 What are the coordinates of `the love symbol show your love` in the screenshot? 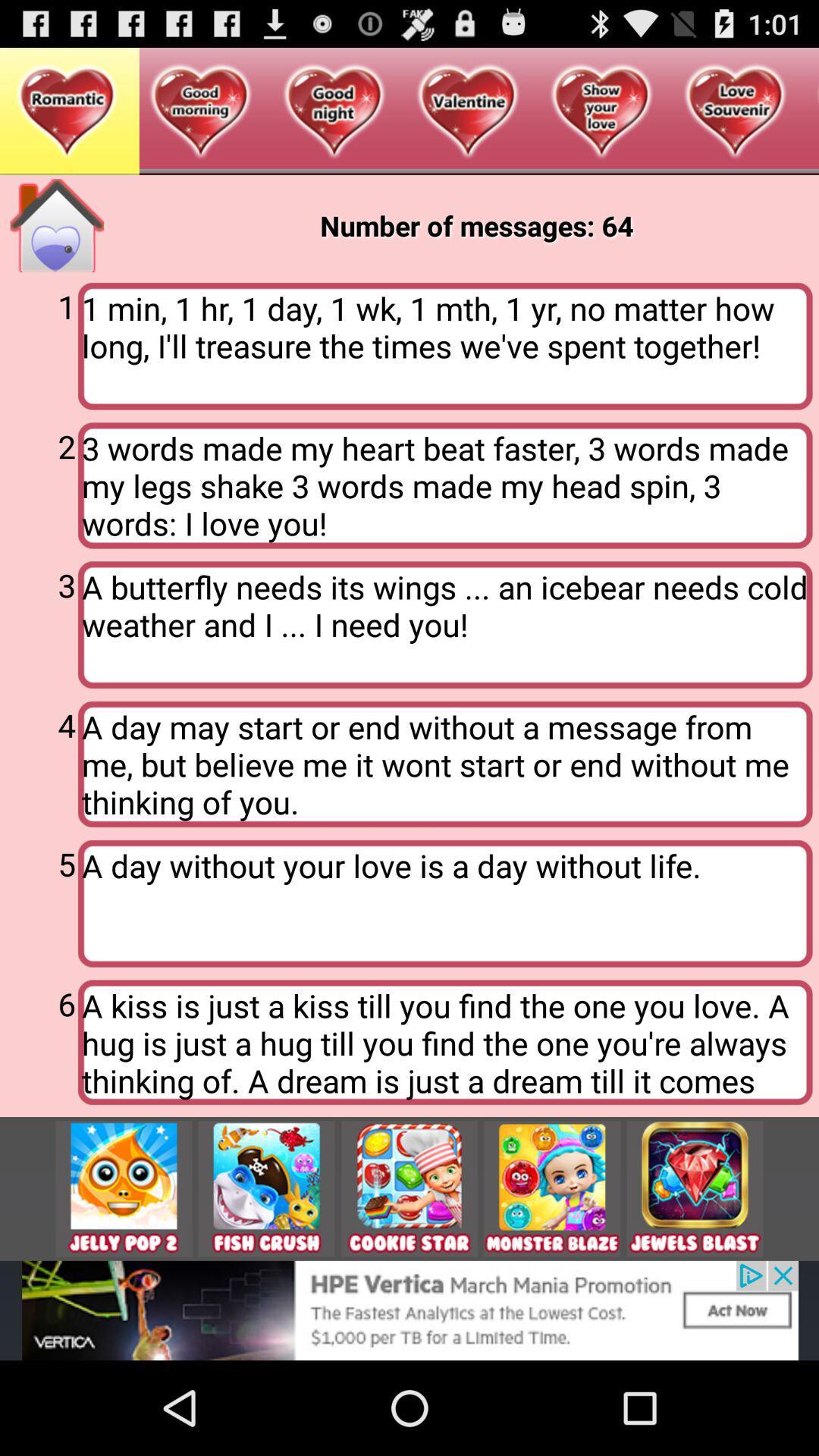 It's located at (601, 111).